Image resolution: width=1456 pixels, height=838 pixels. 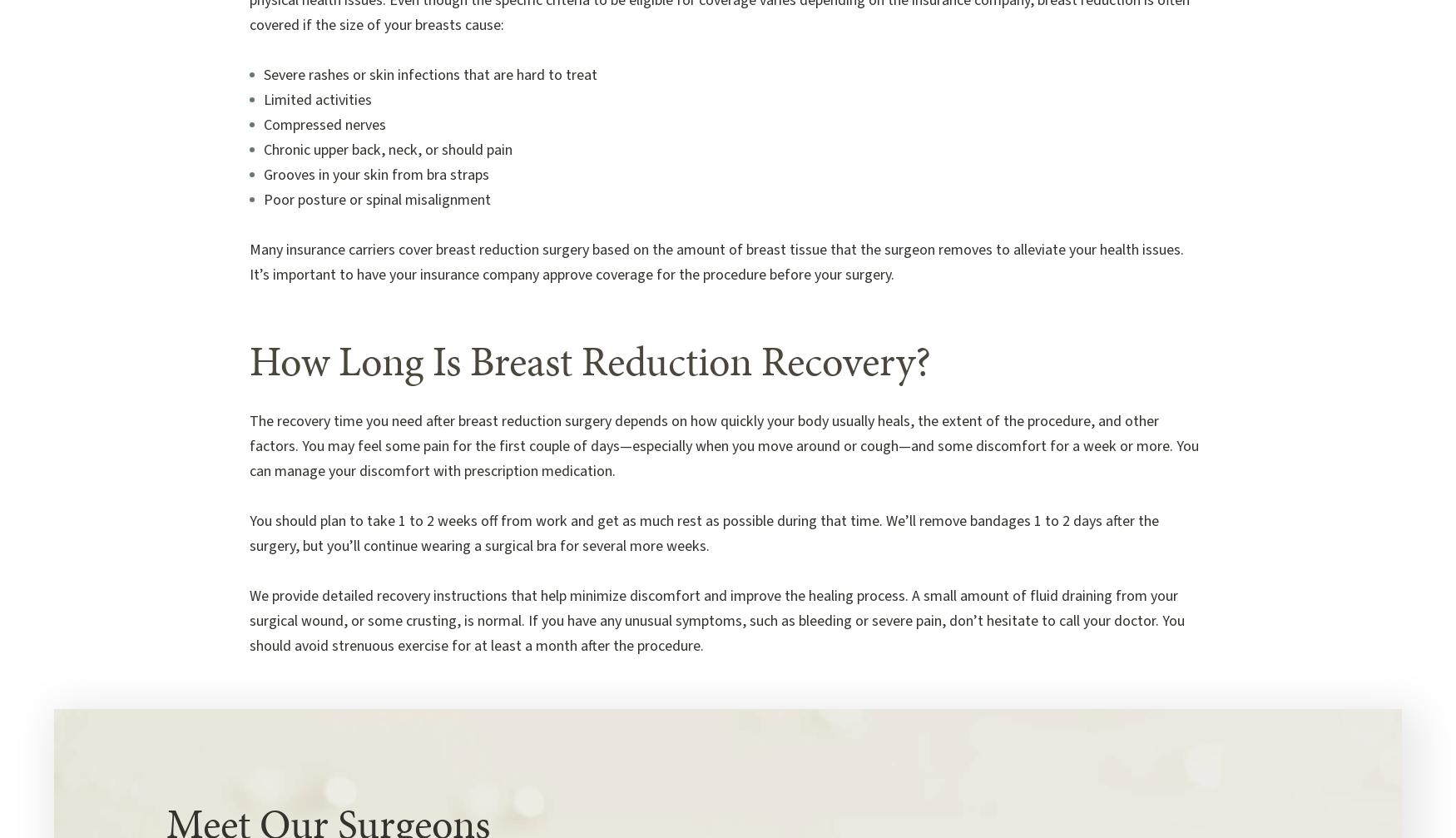 What do you see at coordinates (590, 361) in the screenshot?
I see `'How Long Is Breast Reduction Recovery?'` at bounding box center [590, 361].